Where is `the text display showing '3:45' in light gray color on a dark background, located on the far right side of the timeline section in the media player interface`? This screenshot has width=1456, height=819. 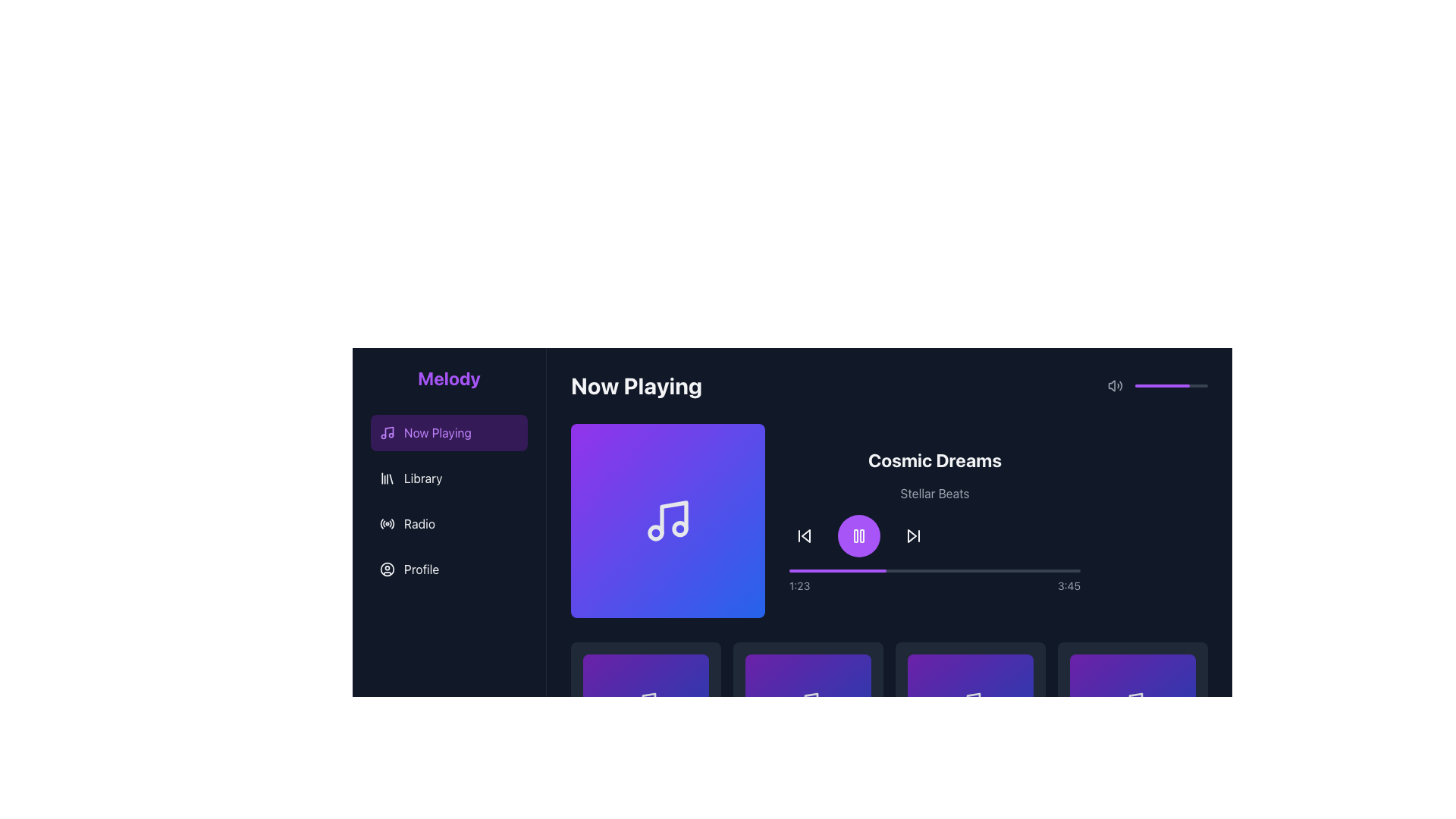
the text display showing '3:45' in light gray color on a dark background, located on the far right side of the timeline section in the media player interface is located at coordinates (1068, 585).